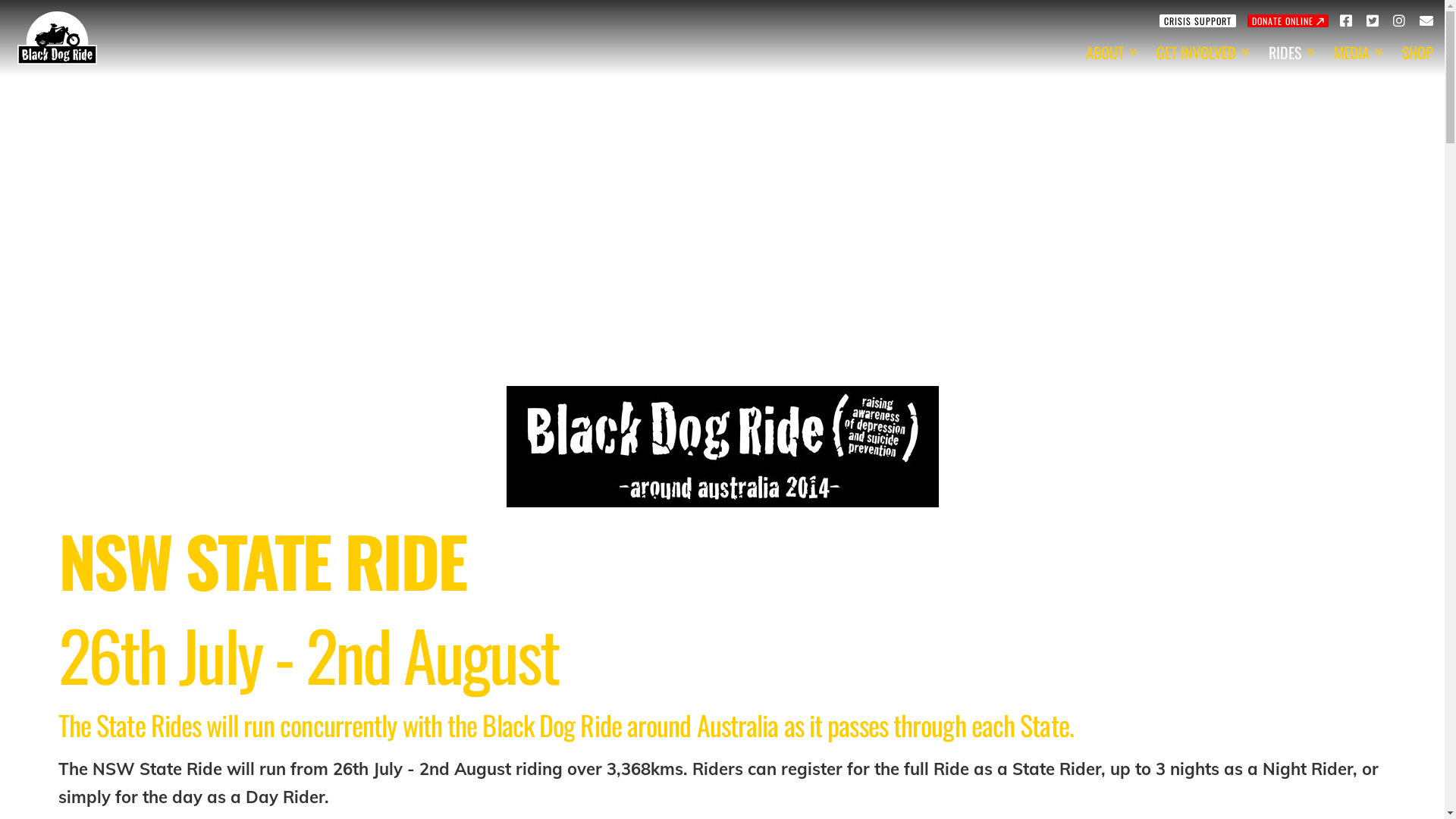  Describe the element at coordinates (1288, 52) in the screenshot. I see `'RIDES'` at that location.